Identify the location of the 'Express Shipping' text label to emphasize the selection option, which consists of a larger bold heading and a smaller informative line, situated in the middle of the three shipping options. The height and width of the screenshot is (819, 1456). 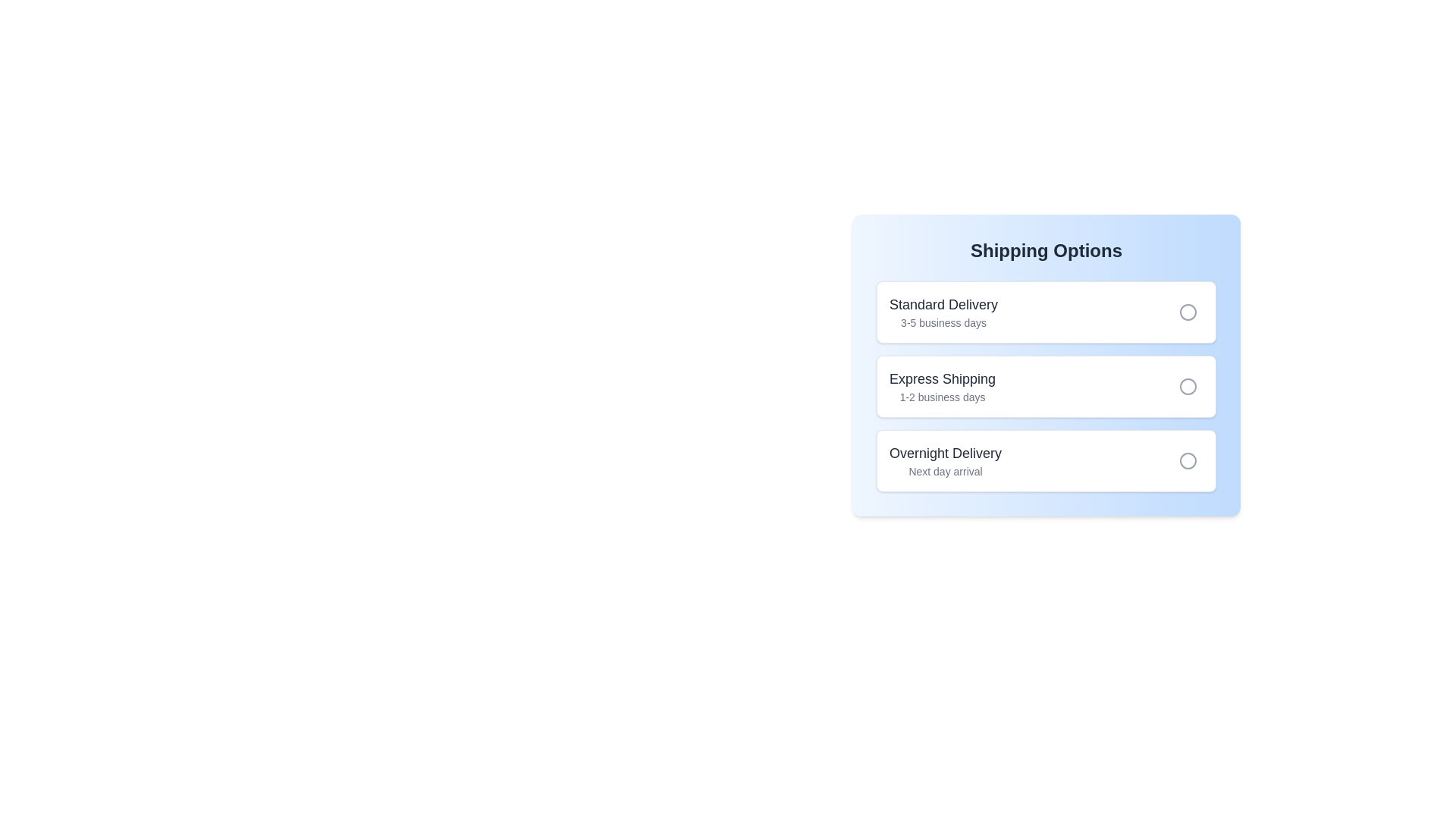
(942, 385).